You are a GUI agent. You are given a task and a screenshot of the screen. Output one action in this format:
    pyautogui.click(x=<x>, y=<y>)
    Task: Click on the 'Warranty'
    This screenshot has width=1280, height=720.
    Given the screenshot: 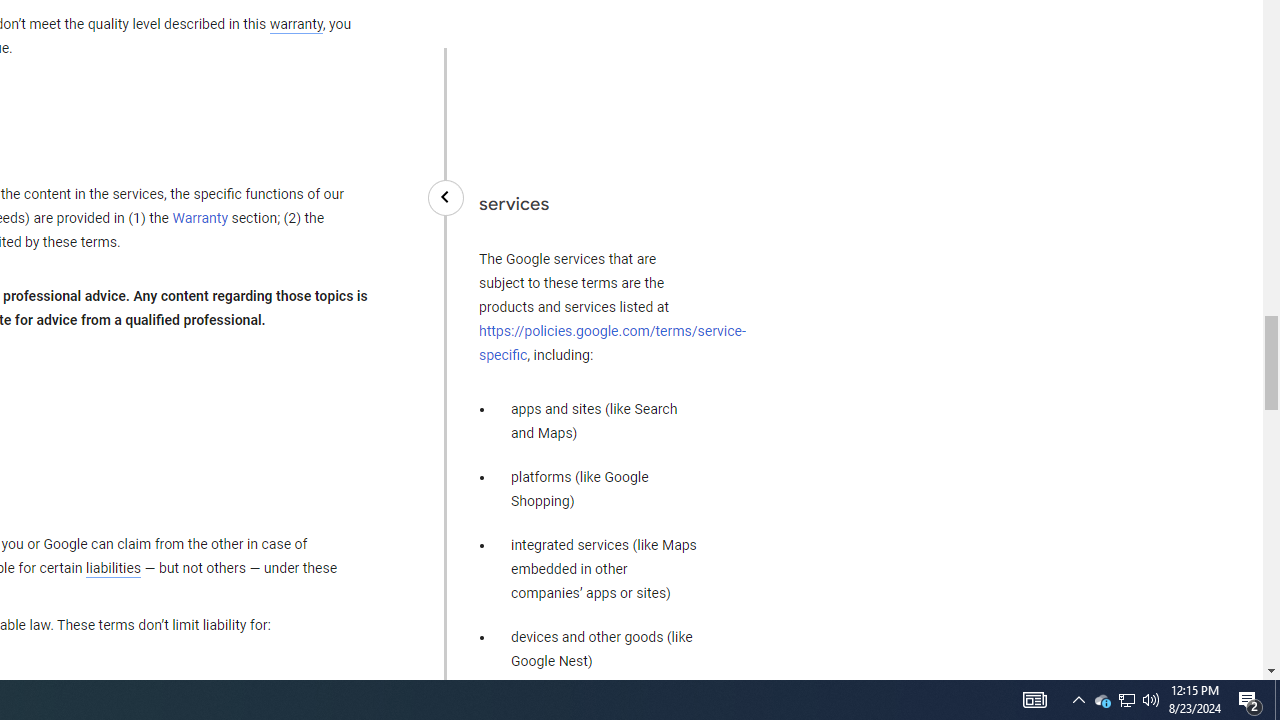 What is the action you would take?
    pyautogui.click(x=200, y=219)
    